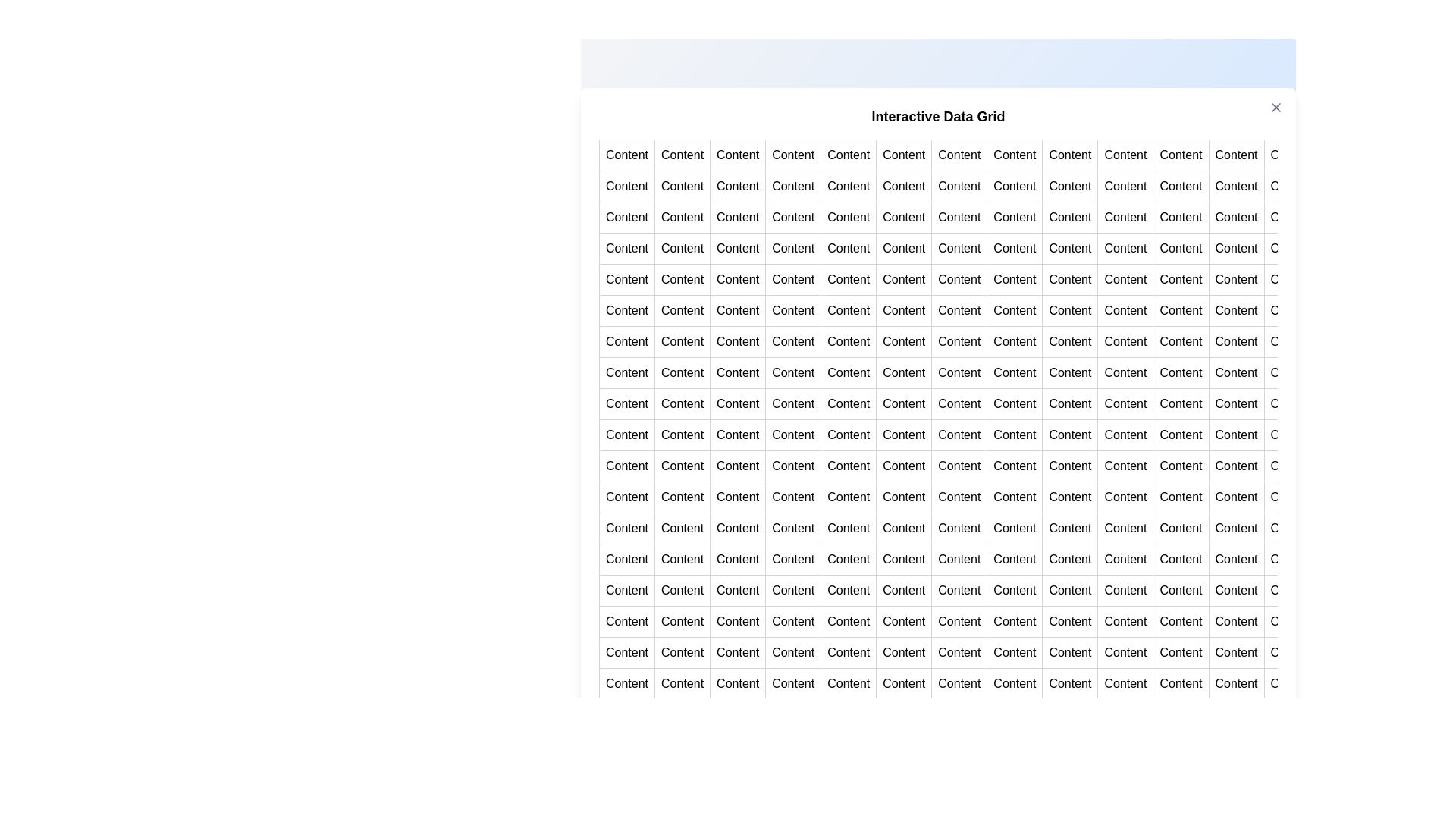  I want to click on the close button to close the dialog, so click(1276, 106).